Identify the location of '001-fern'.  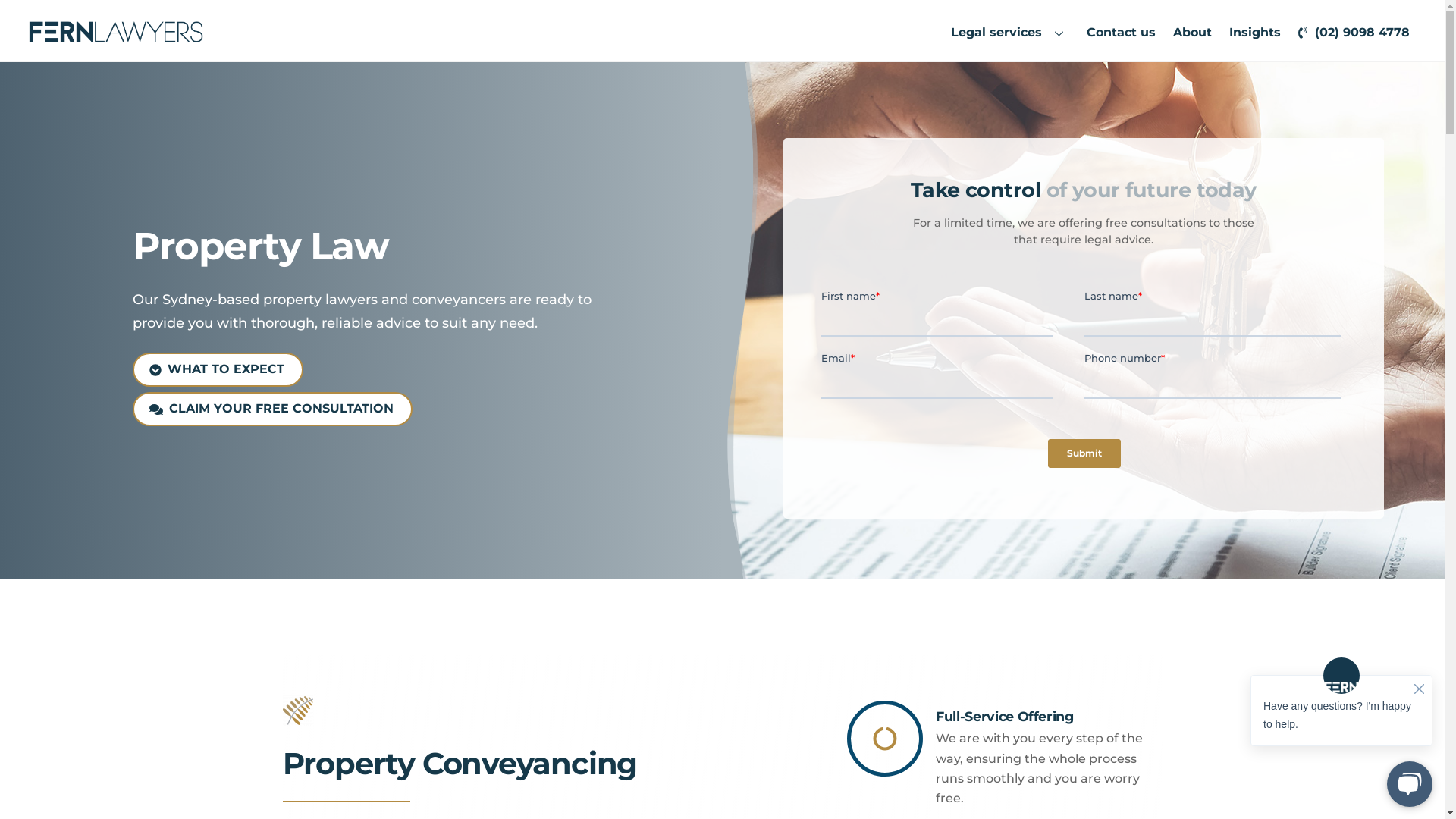
(297, 711).